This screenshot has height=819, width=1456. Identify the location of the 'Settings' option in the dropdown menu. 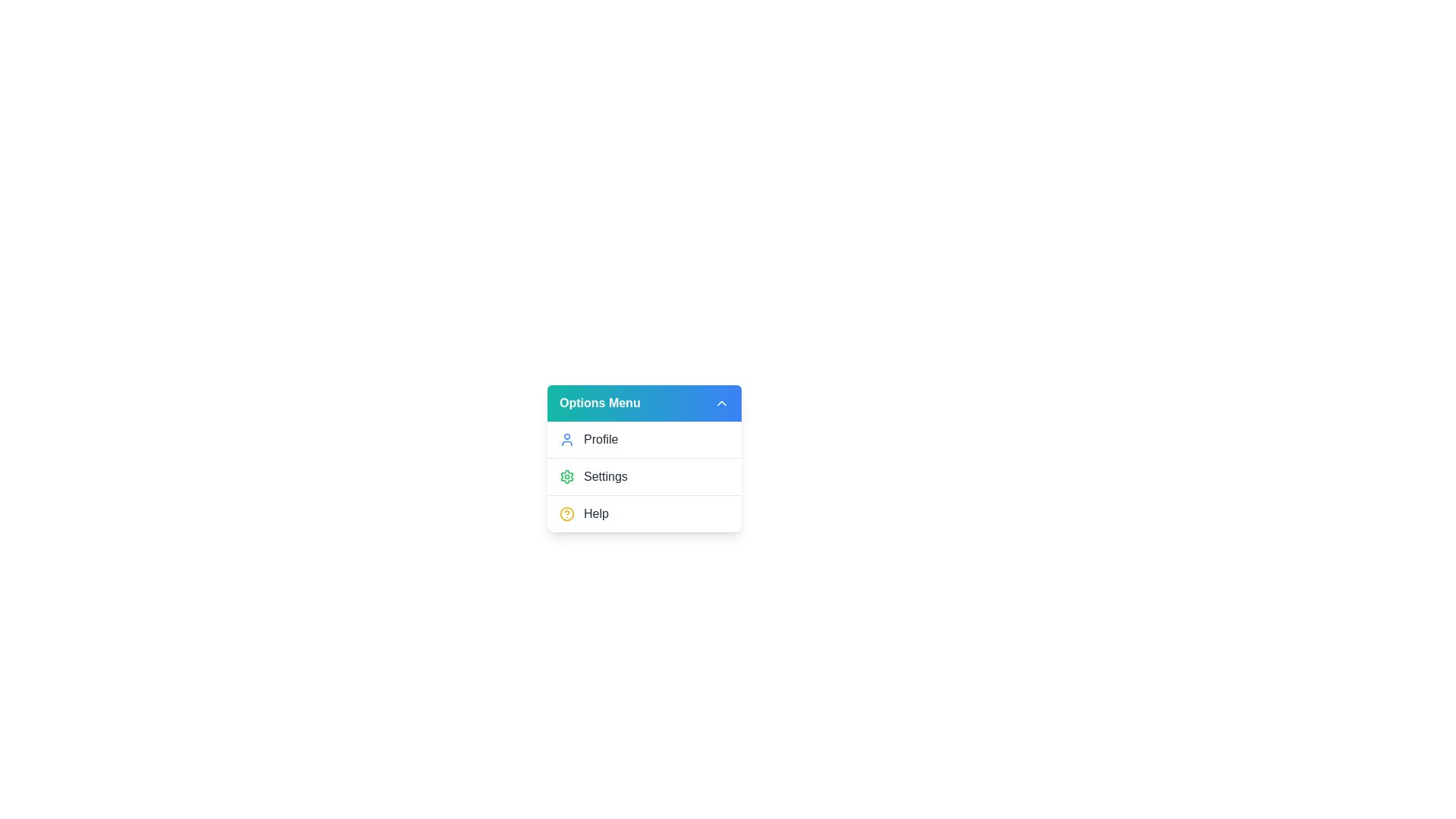
(644, 475).